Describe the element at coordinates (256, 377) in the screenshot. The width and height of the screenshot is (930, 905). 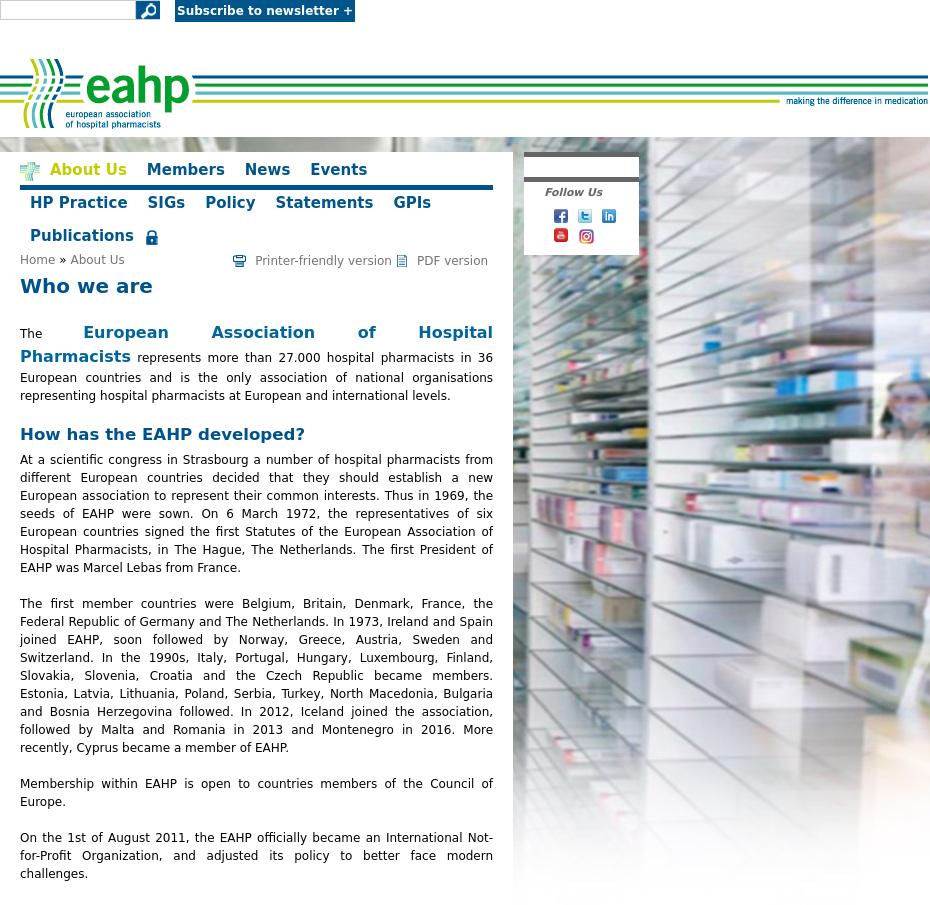
I see `'represents more than 27.000 hospital pharmacists in 36 European countries and is the only association of national organisations representing hospital pharmacists at European and international levels.'` at that location.